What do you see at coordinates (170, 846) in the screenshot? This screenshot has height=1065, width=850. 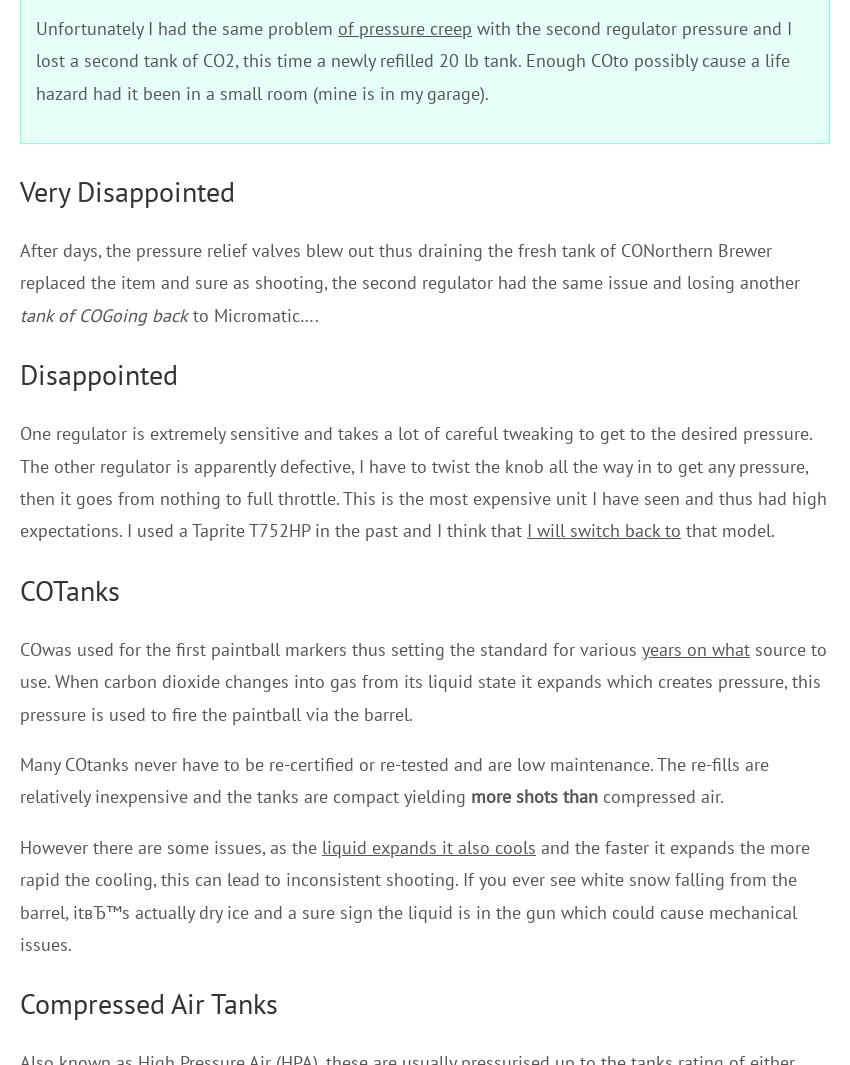 I see `'However there are some issues, as the'` at bounding box center [170, 846].